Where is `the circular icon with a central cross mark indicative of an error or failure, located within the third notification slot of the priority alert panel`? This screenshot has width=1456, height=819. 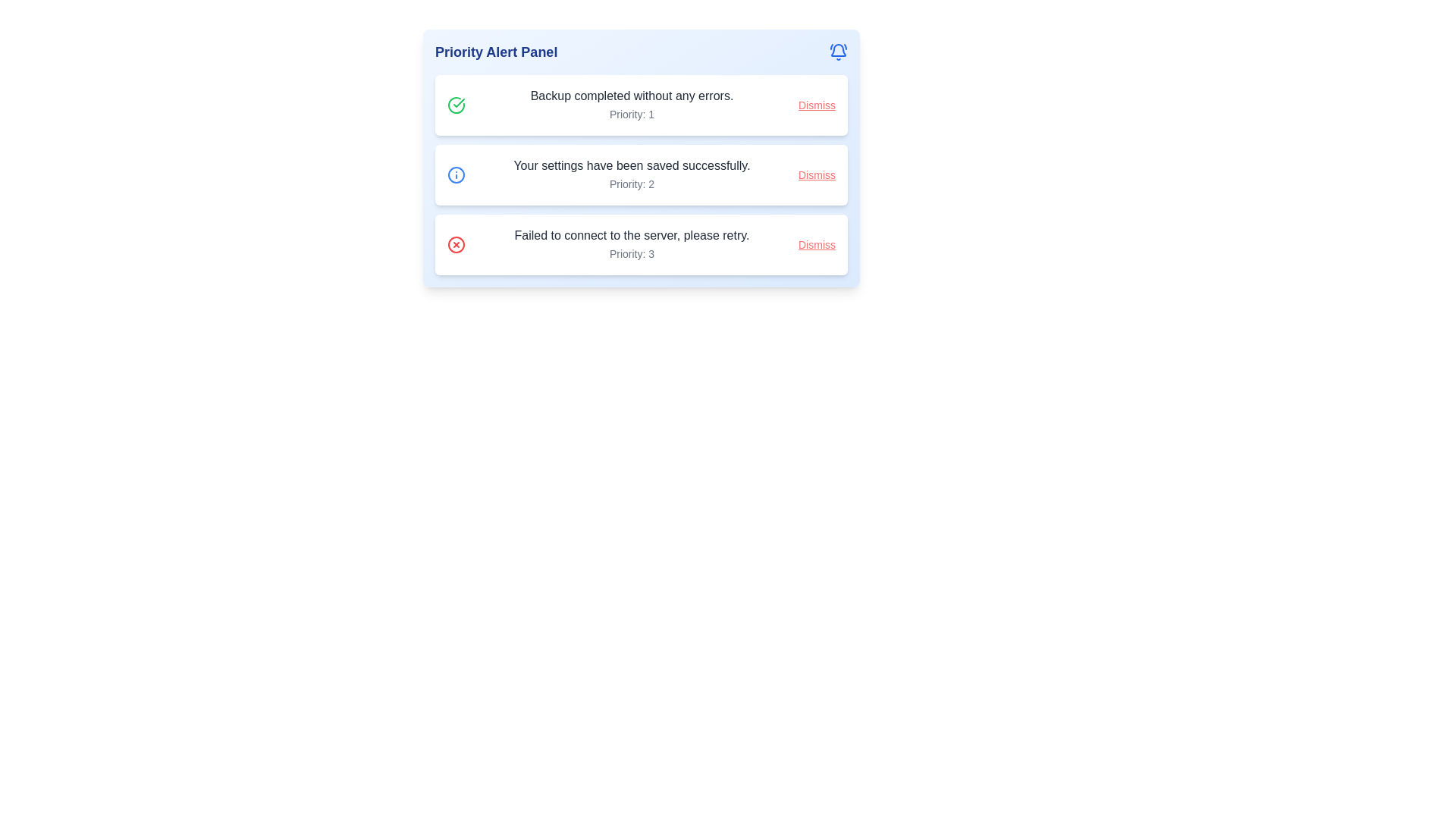 the circular icon with a central cross mark indicative of an error or failure, located within the third notification slot of the priority alert panel is located at coordinates (455, 244).